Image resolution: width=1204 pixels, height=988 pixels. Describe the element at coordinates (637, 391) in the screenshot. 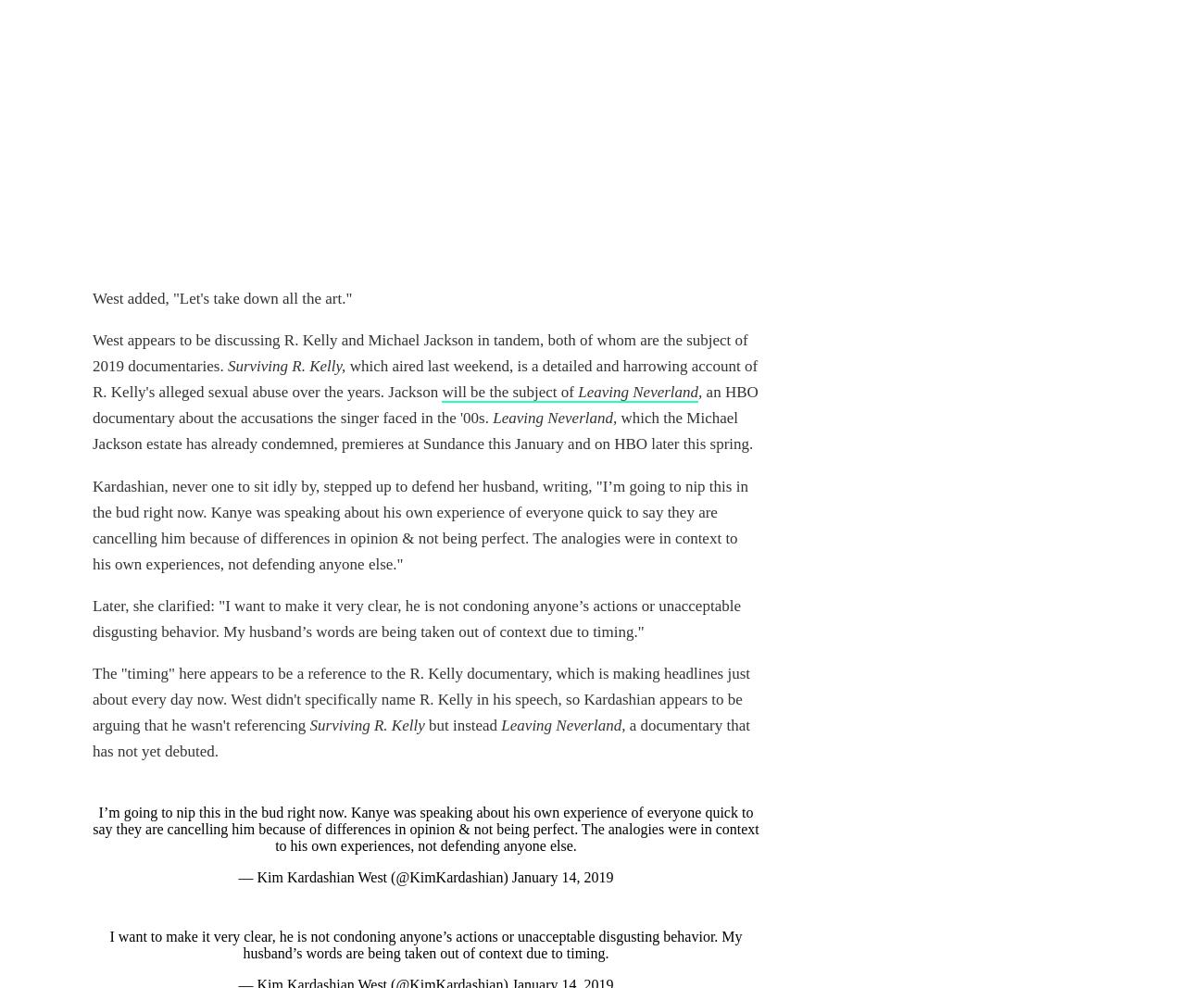

I see `'Leaving Neverland'` at that location.